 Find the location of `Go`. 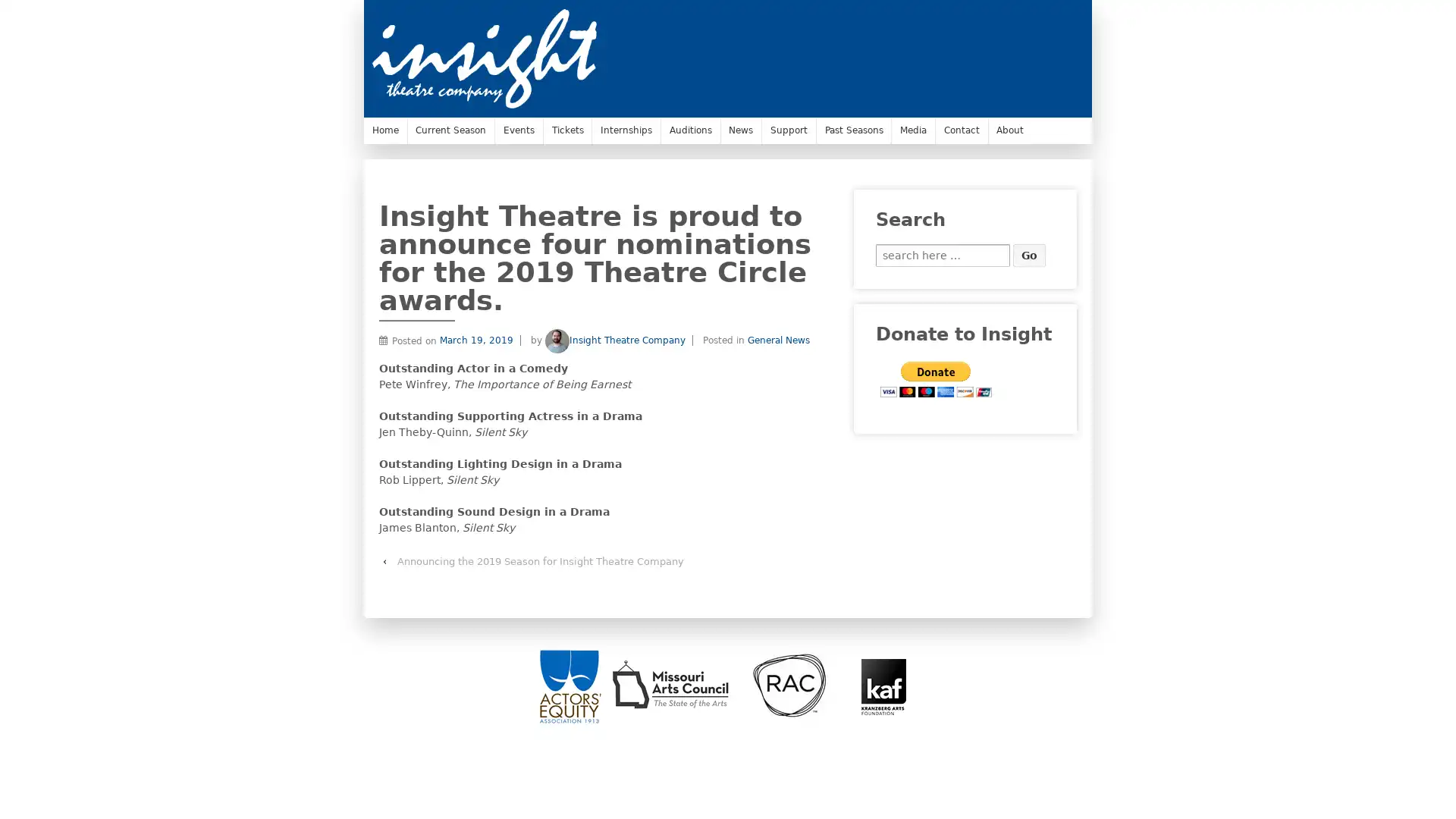

Go is located at coordinates (1029, 254).